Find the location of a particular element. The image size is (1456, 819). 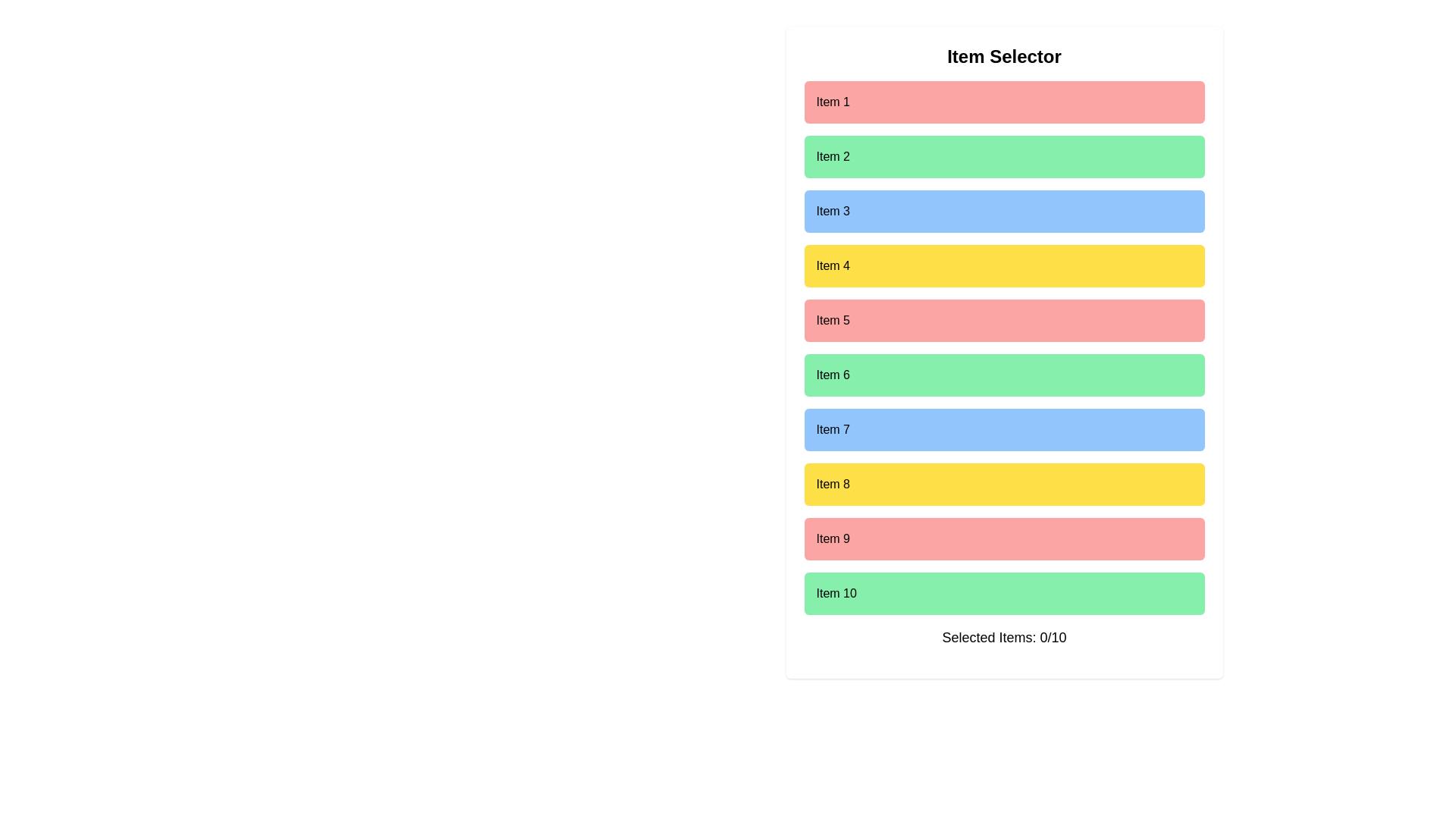

the first item in the list labeled 'Item 1', which is a Button-like list item at the top of the vertically stacked list is located at coordinates (1004, 102).